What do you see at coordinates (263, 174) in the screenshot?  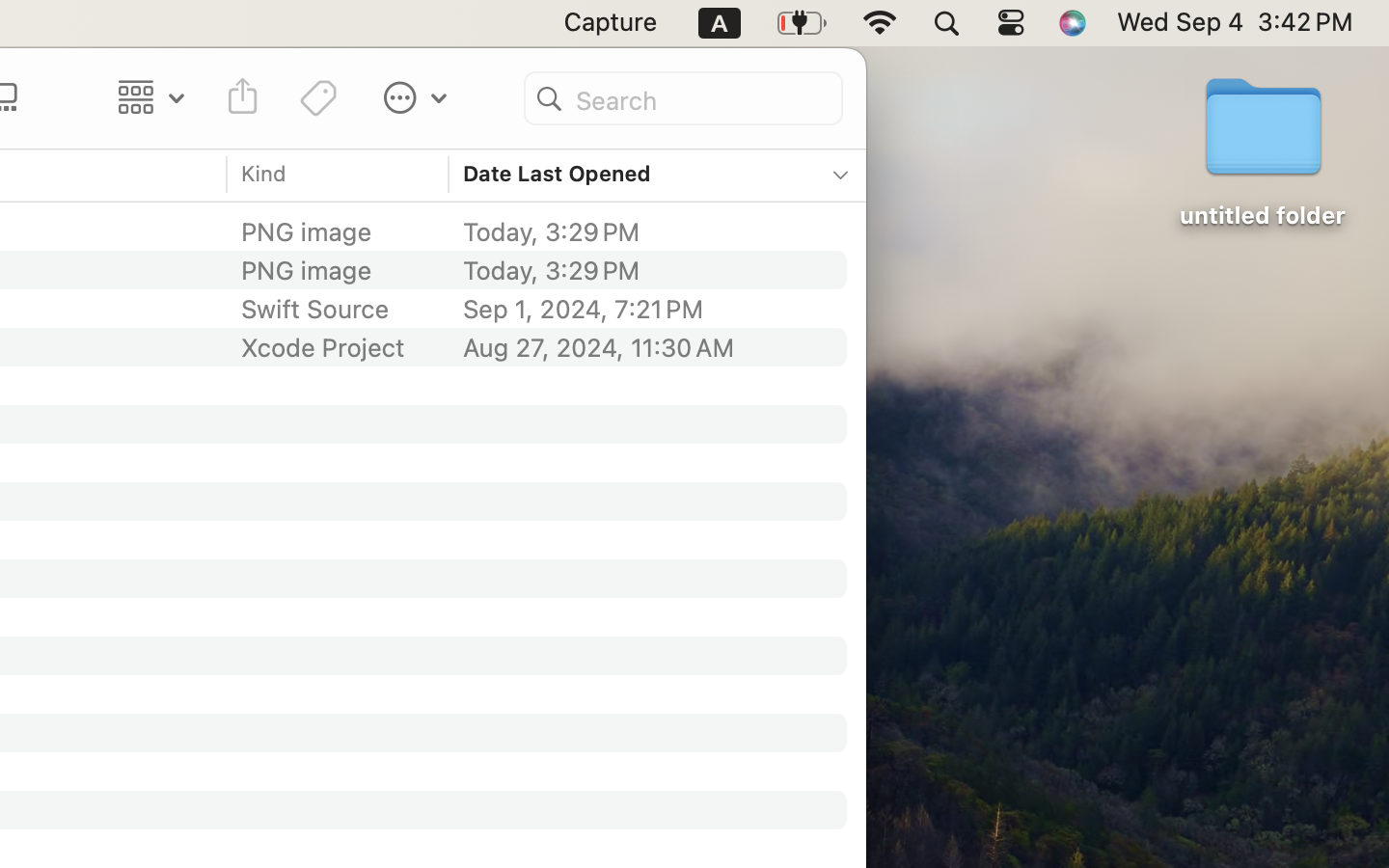 I see `'Kind'` at bounding box center [263, 174].